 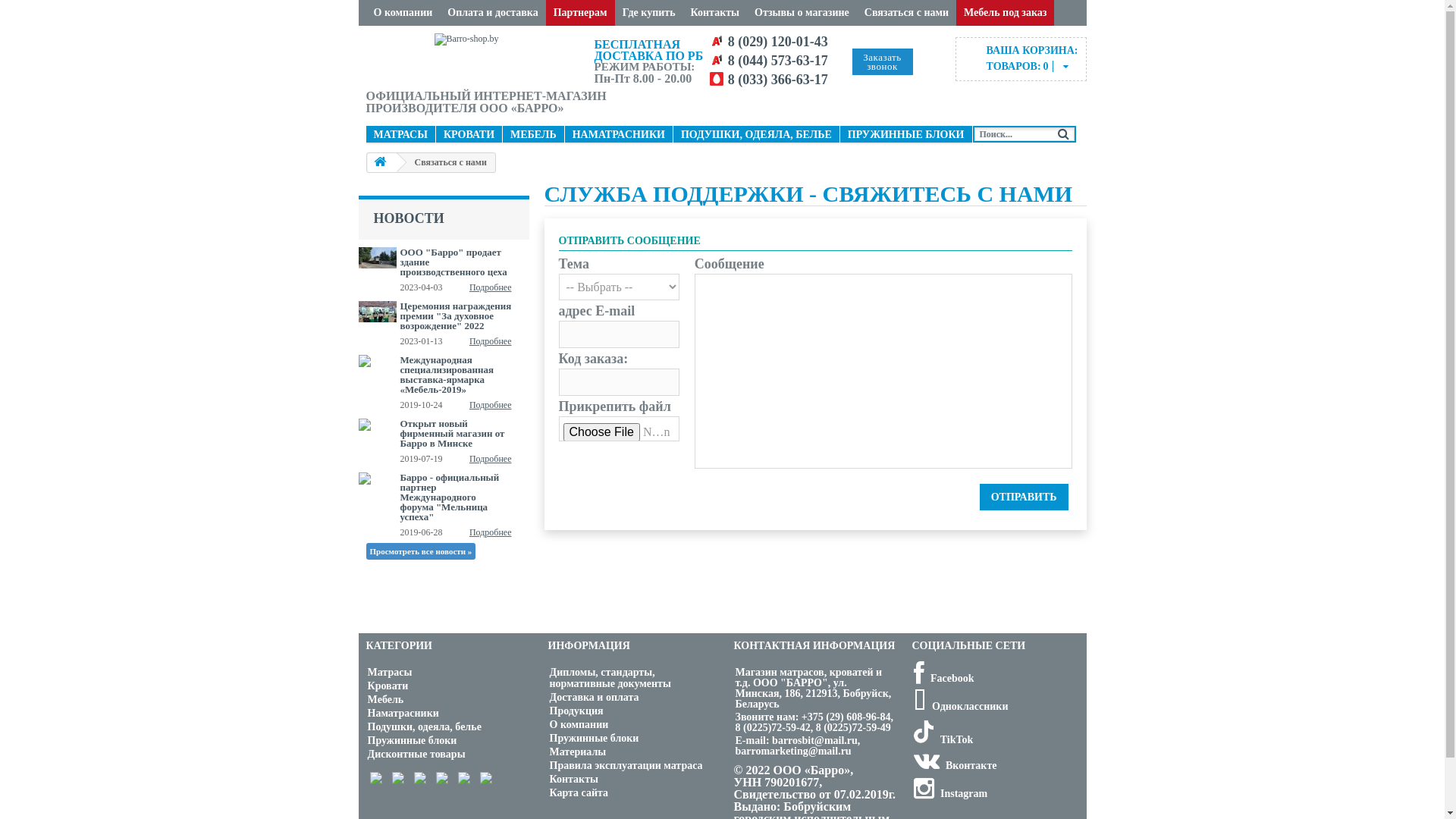 What do you see at coordinates (942, 739) in the screenshot?
I see `'TikTok'` at bounding box center [942, 739].